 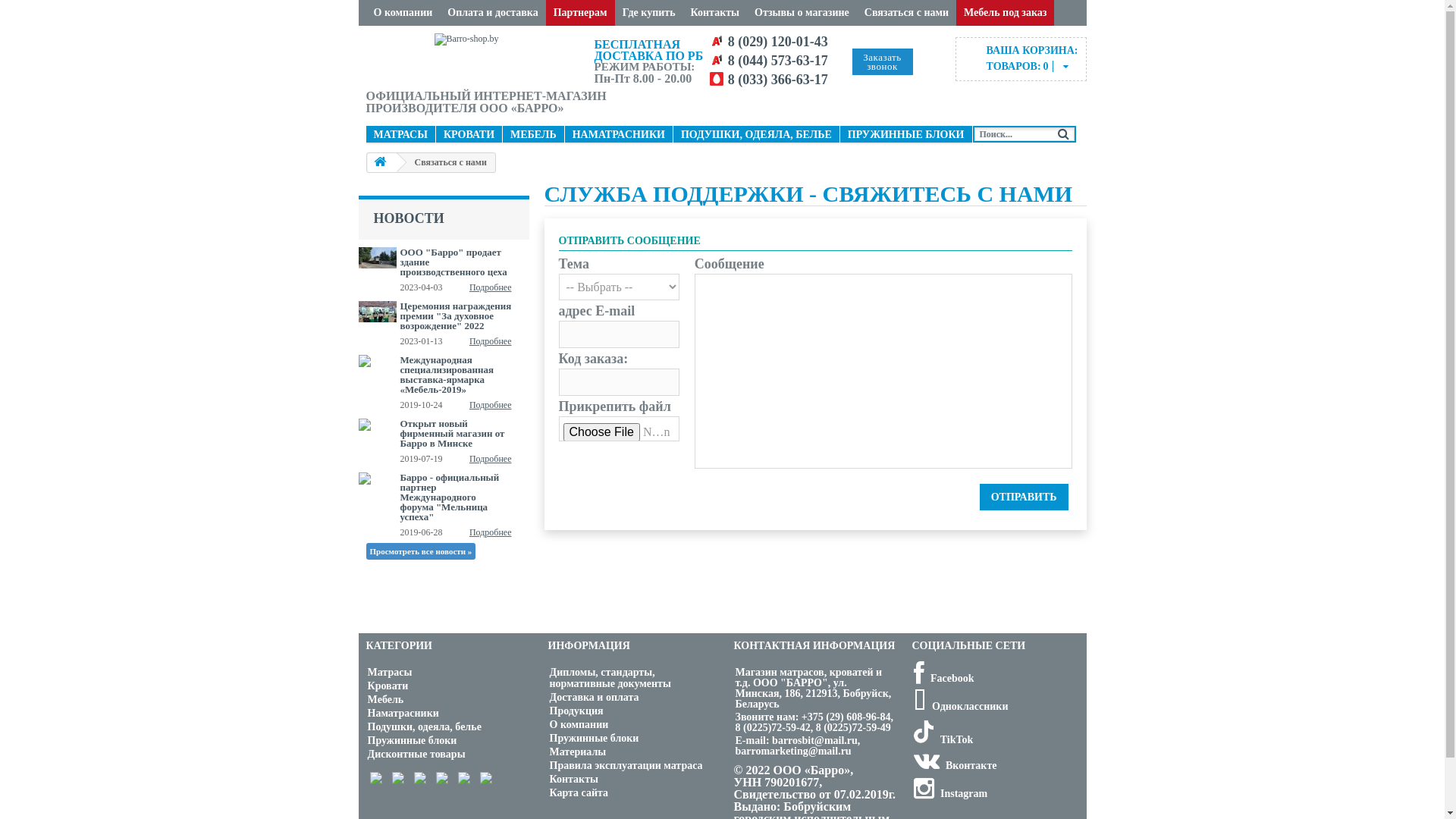 What do you see at coordinates (942, 739) in the screenshot?
I see `'TikTok'` at bounding box center [942, 739].